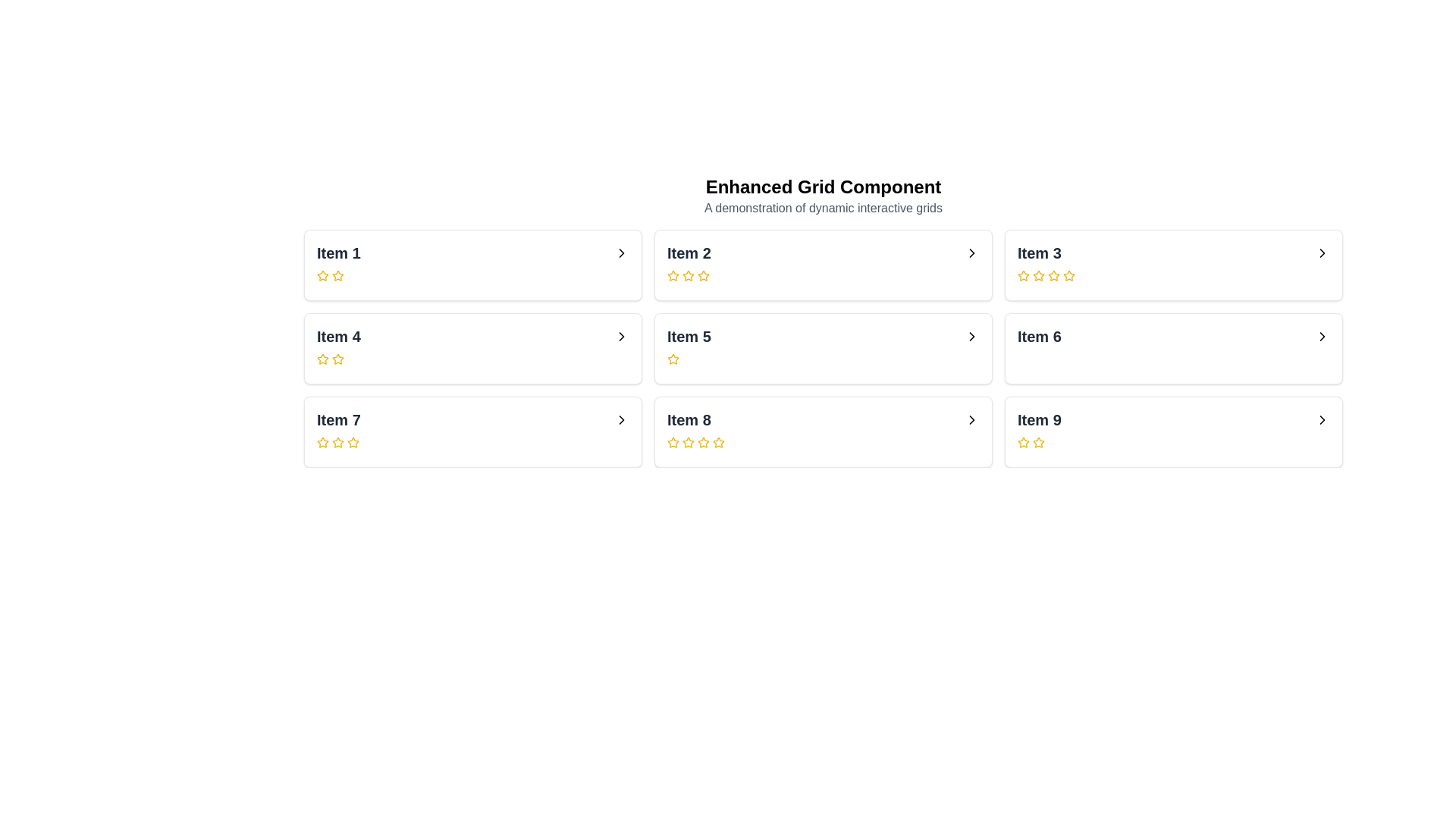  What do you see at coordinates (673, 442) in the screenshot?
I see `the first rating star in the rating section of 'Item 8'` at bounding box center [673, 442].